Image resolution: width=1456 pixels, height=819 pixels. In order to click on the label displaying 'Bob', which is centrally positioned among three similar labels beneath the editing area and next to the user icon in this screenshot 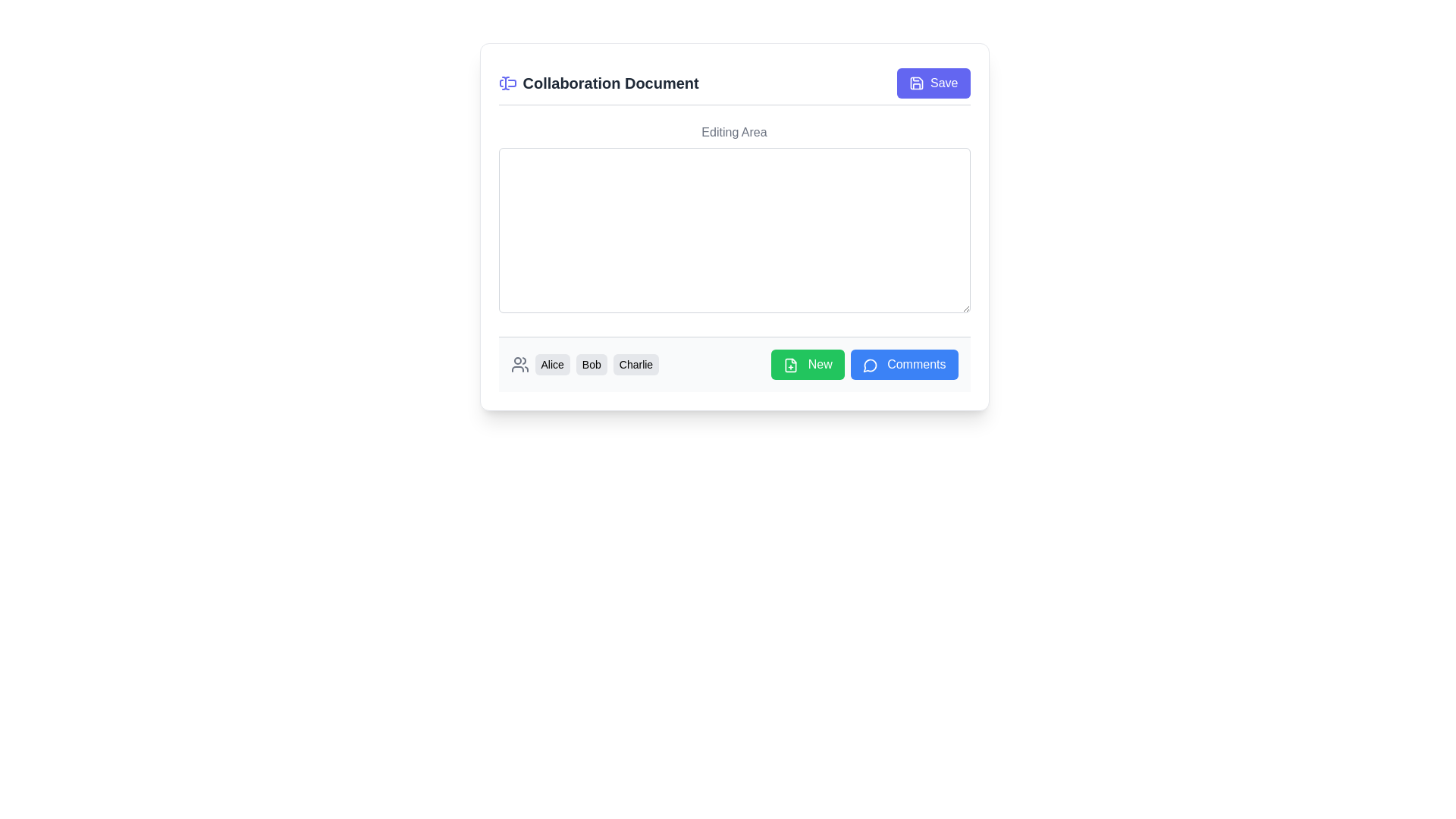, I will do `click(596, 365)`.